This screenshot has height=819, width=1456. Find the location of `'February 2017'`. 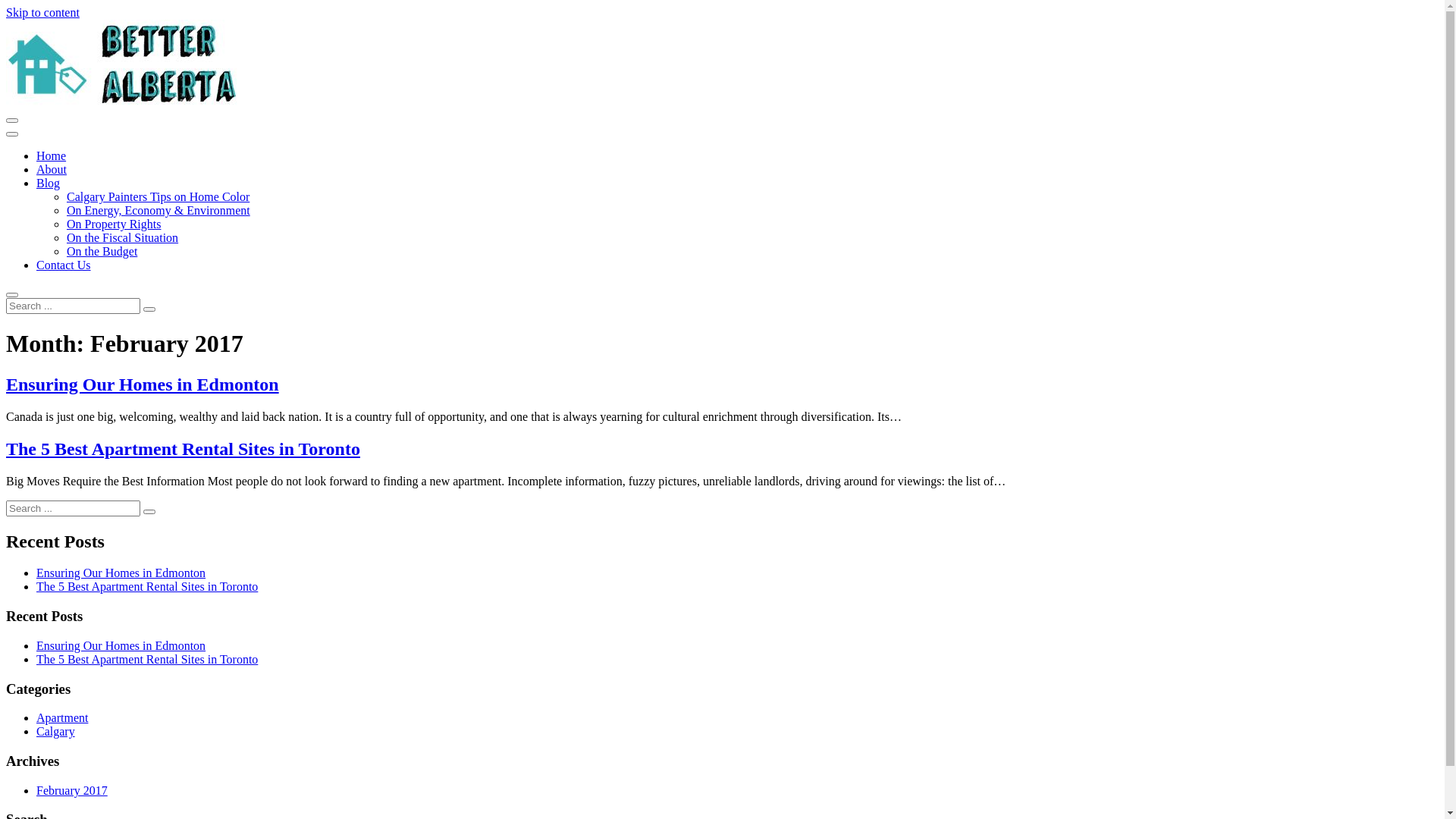

'February 2017' is located at coordinates (71, 789).